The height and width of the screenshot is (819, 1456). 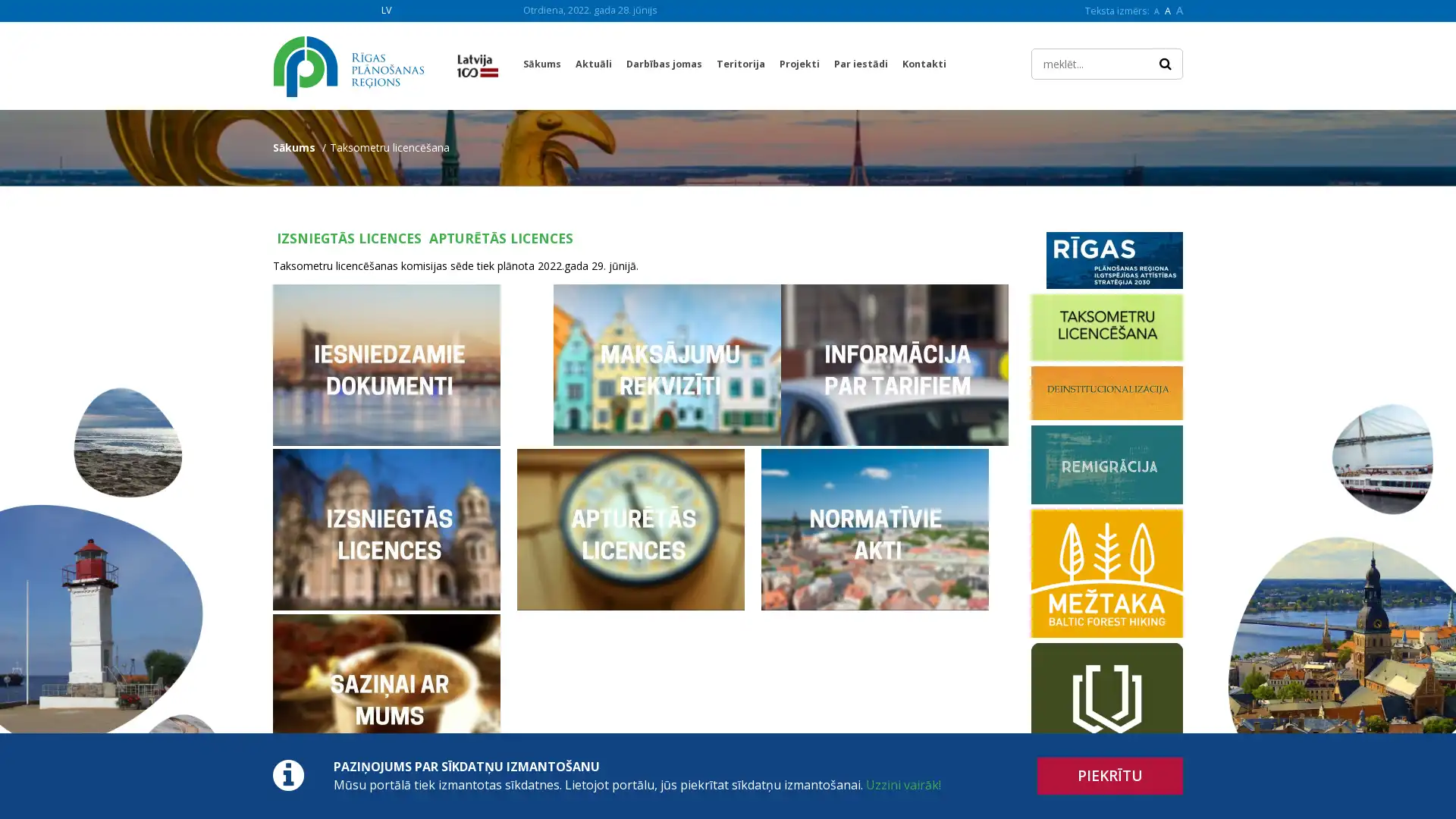 What do you see at coordinates (1110, 776) in the screenshot?
I see `PIEKRITU` at bounding box center [1110, 776].